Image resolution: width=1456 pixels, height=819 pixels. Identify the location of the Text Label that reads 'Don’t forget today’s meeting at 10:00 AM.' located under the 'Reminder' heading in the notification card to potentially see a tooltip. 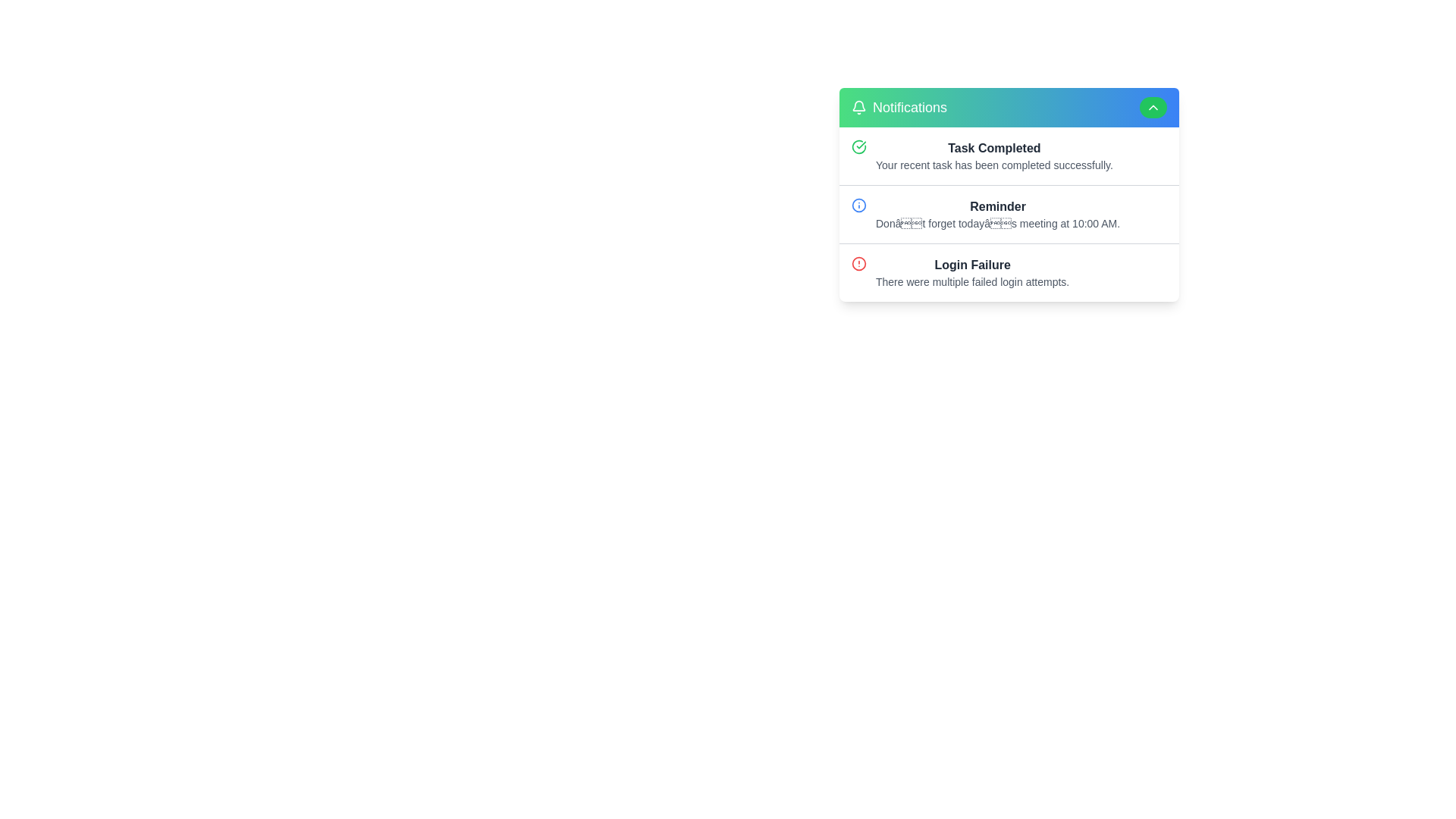
(998, 223).